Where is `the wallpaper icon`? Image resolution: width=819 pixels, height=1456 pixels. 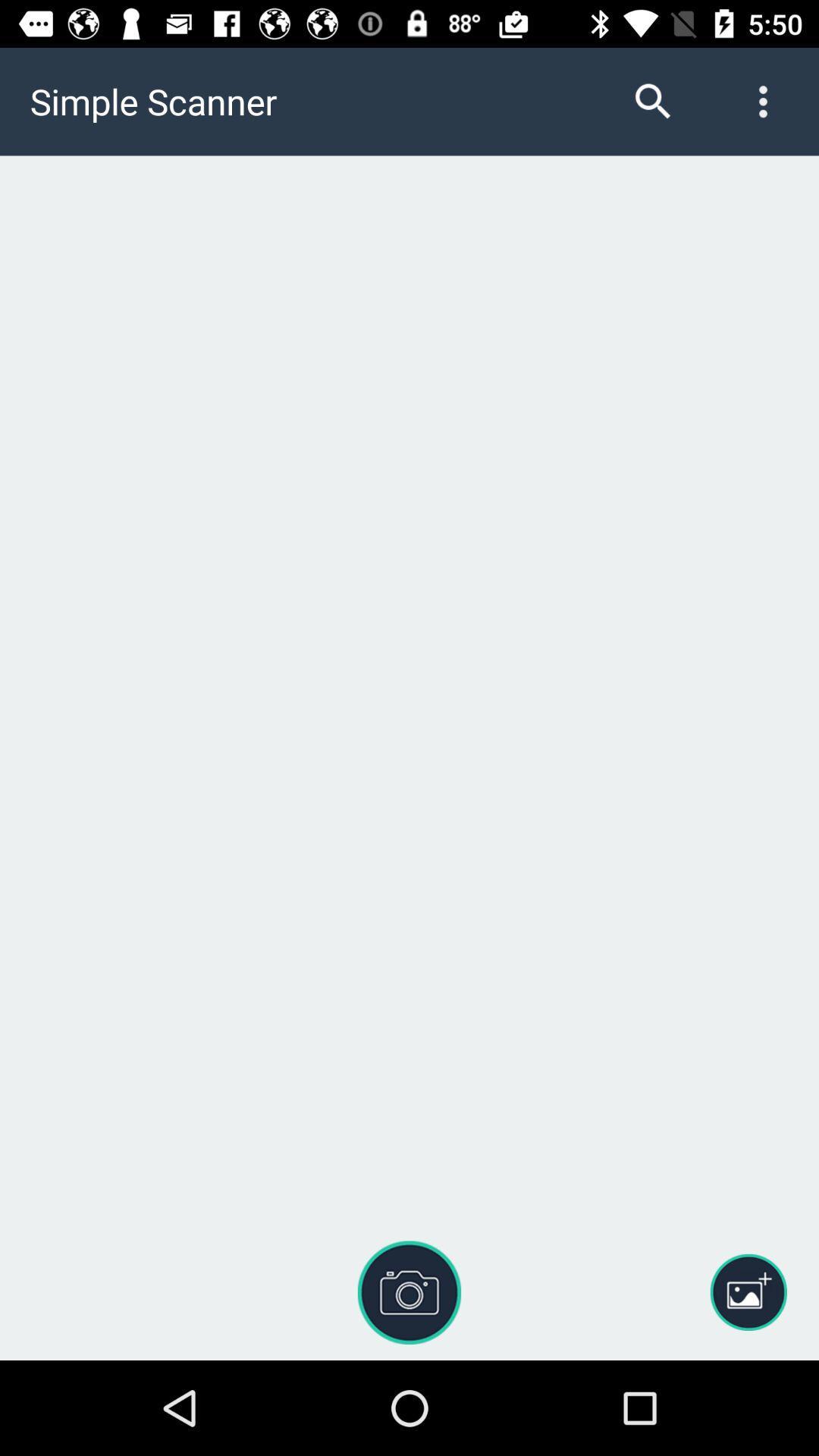 the wallpaper icon is located at coordinates (748, 1291).